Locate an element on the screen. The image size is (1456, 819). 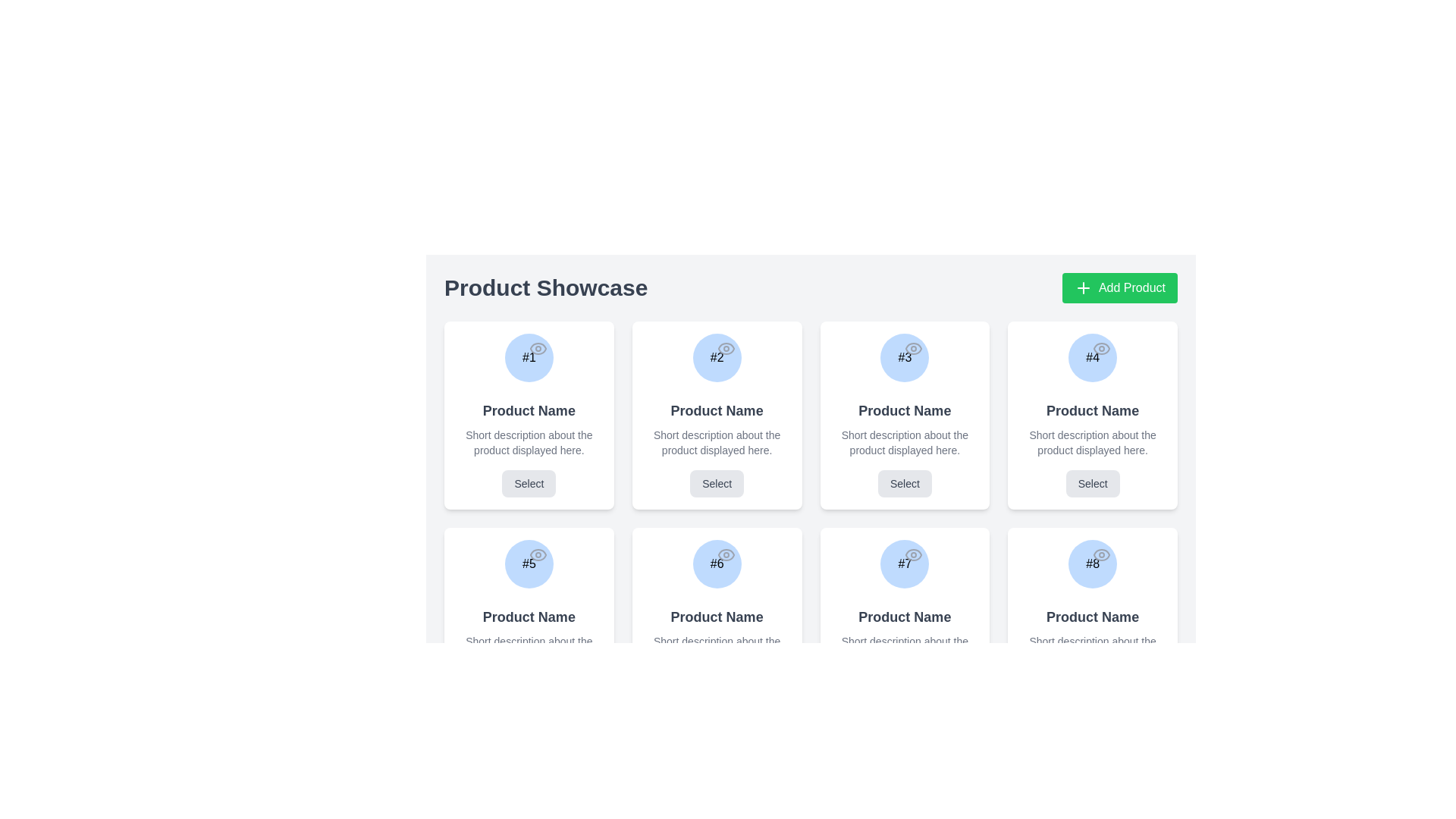
the button located in the second product card, positioned towards the bottom of the card beneath the descriptive text 'Short description about the product displayed here.' is located at coordinates (716, 483).